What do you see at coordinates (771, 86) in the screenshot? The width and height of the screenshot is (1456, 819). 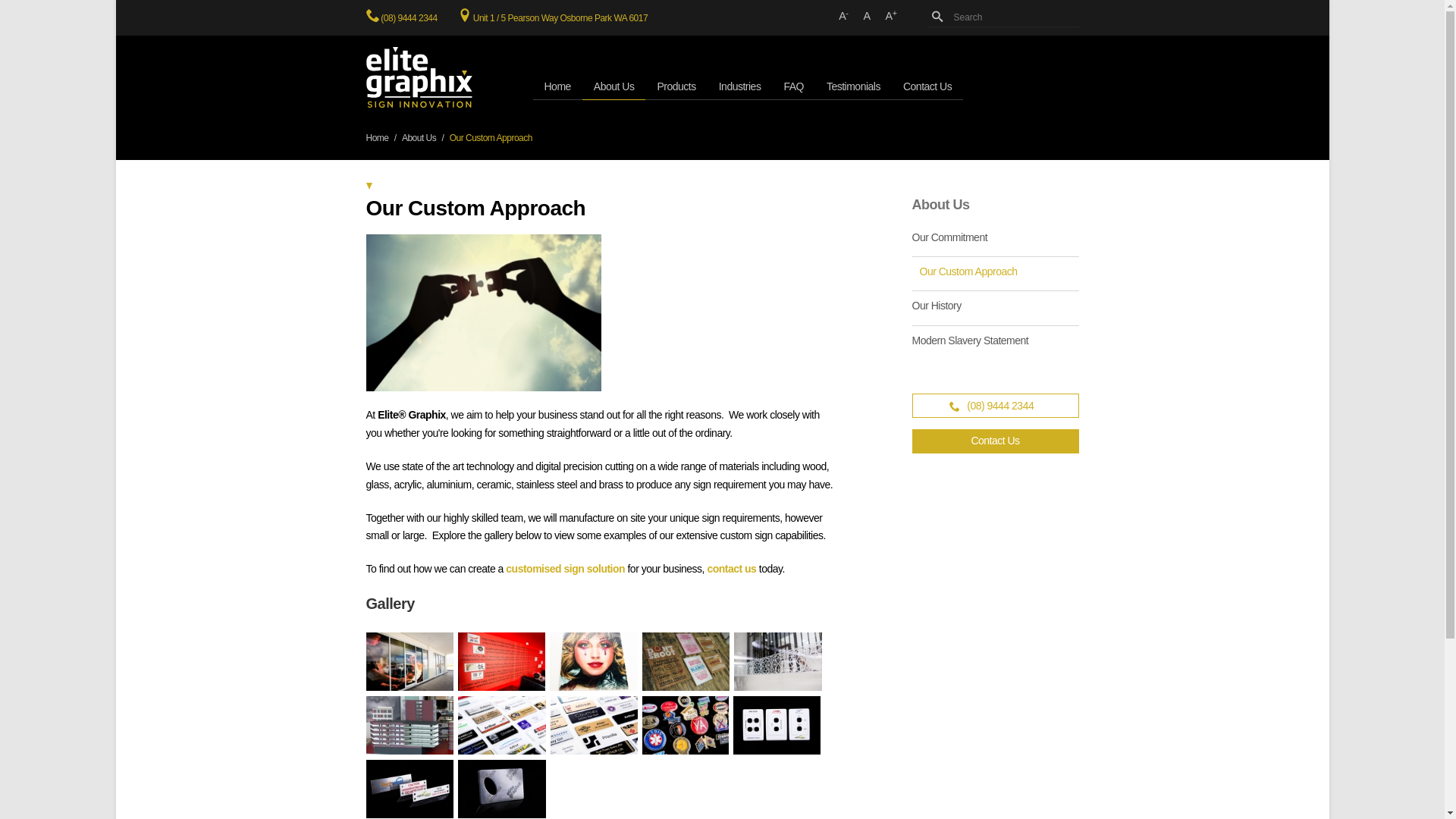 I see `'FAQ'` at bounding box center [771, 86].